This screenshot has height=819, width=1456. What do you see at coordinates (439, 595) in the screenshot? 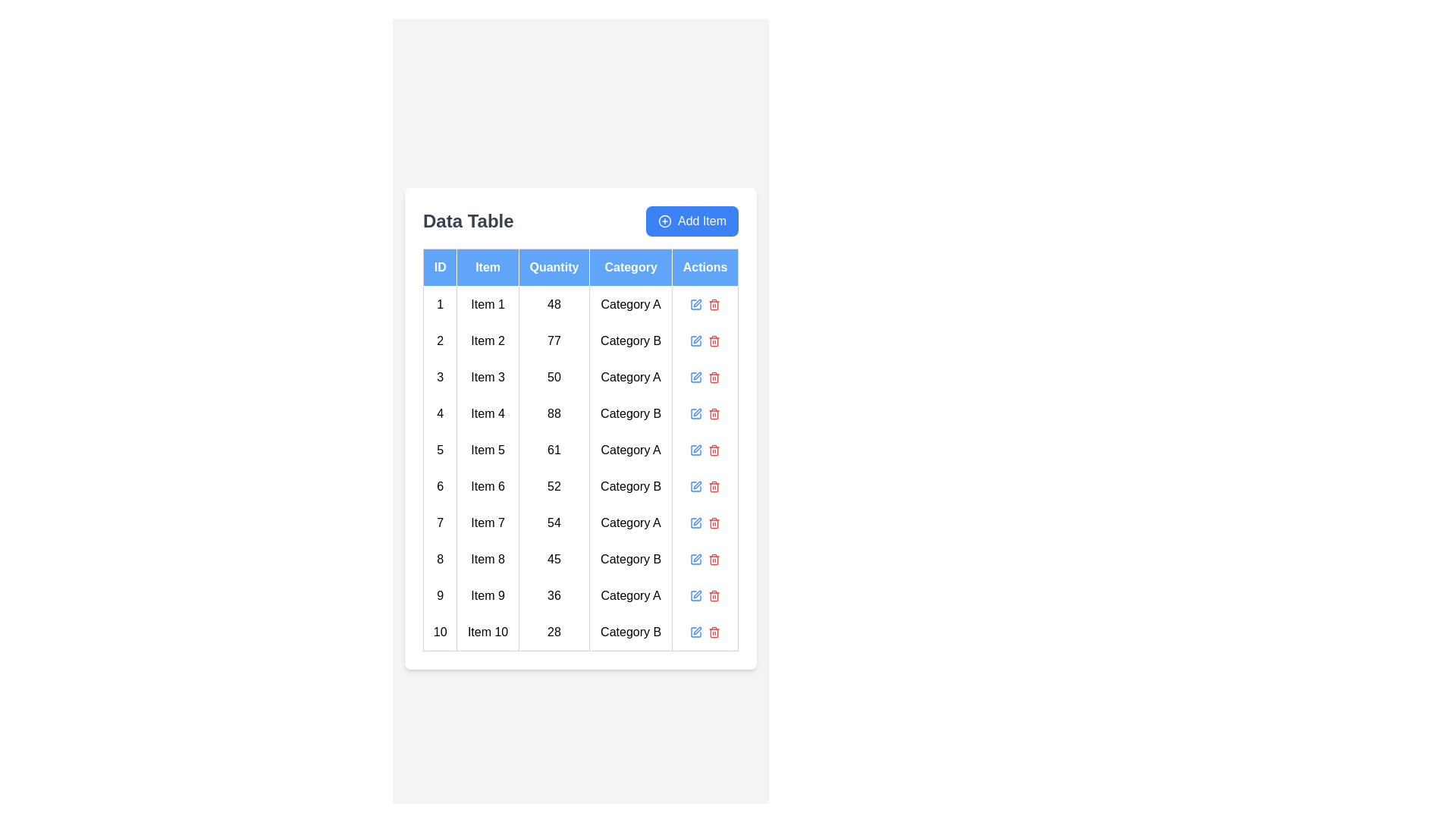
I see `the Table Cell in the leftmost column of the ninth row` at bounding box center [439, 595].